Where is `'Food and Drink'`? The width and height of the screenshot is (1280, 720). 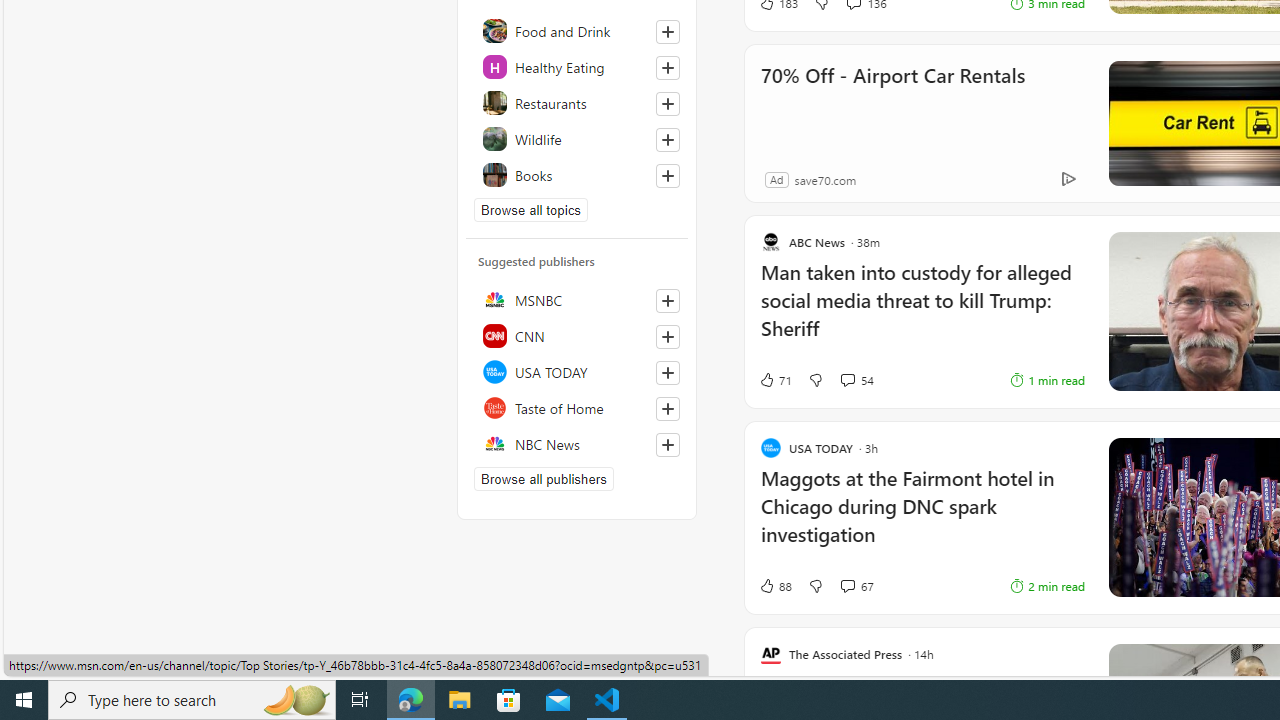 'Food and Drink' is located at coordinates (576, 30).